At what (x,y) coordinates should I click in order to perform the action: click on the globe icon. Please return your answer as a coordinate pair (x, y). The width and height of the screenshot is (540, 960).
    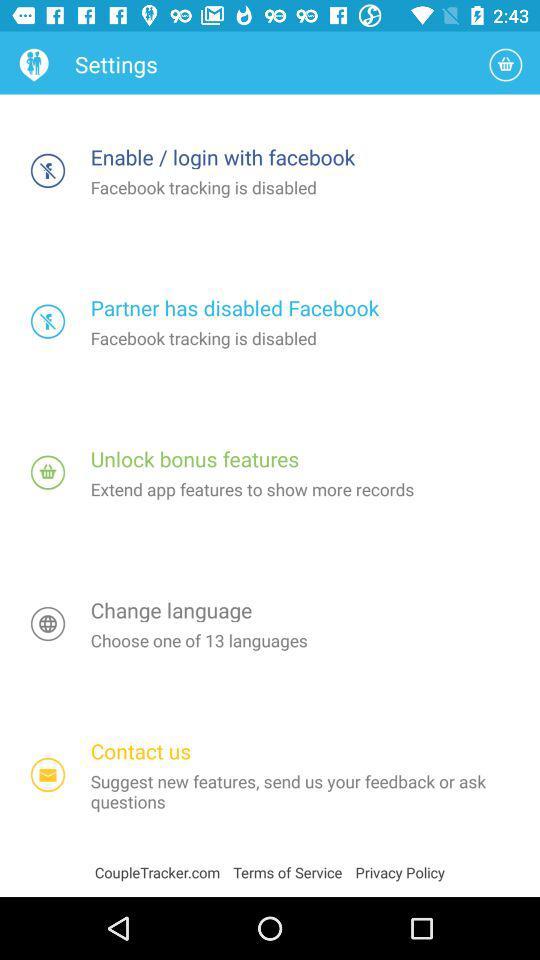
    Looking at the image, I should click on (48, 623).